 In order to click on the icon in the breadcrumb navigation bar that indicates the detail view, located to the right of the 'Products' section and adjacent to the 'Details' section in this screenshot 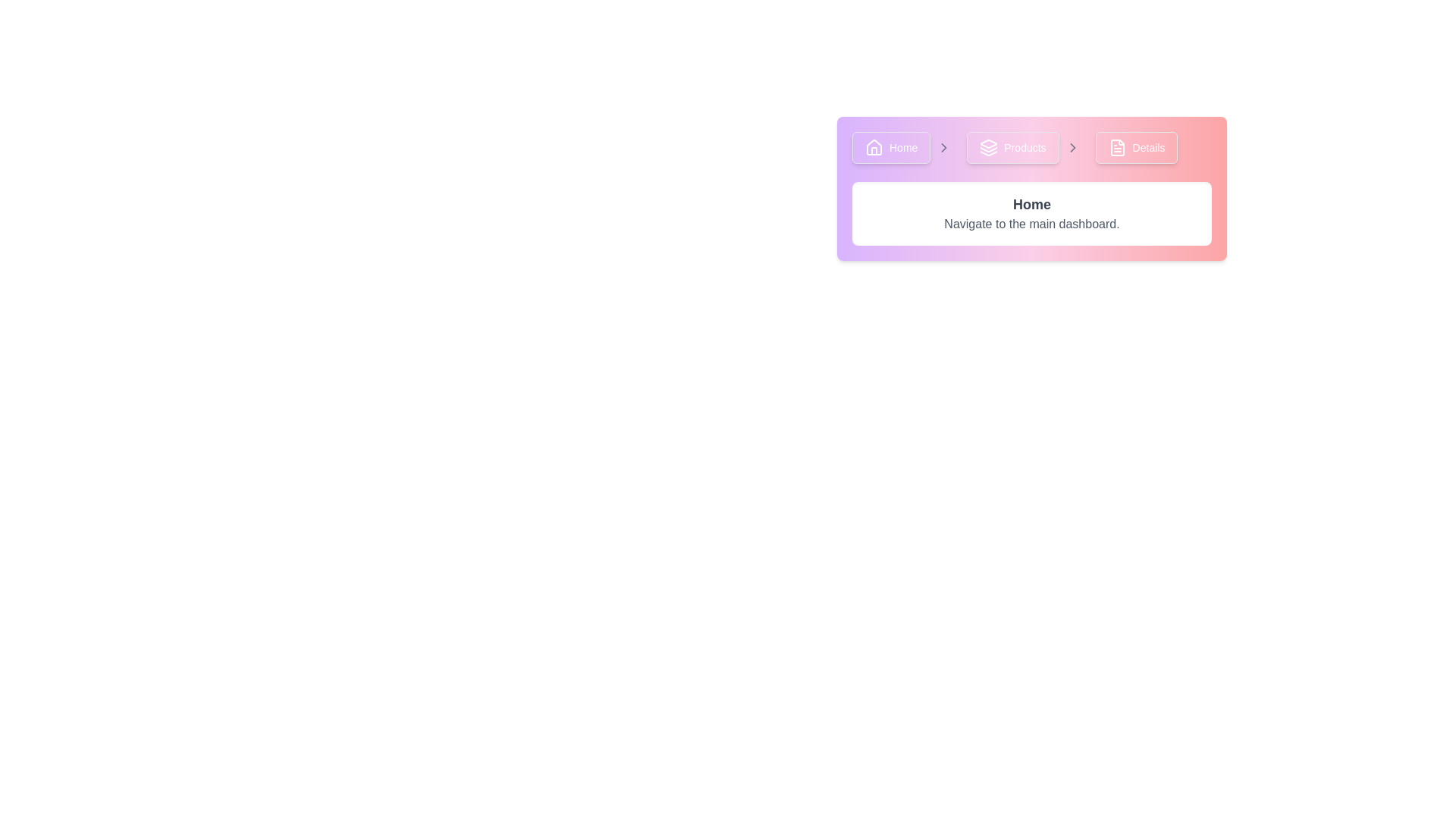, I will do `click(1117, 148)`.